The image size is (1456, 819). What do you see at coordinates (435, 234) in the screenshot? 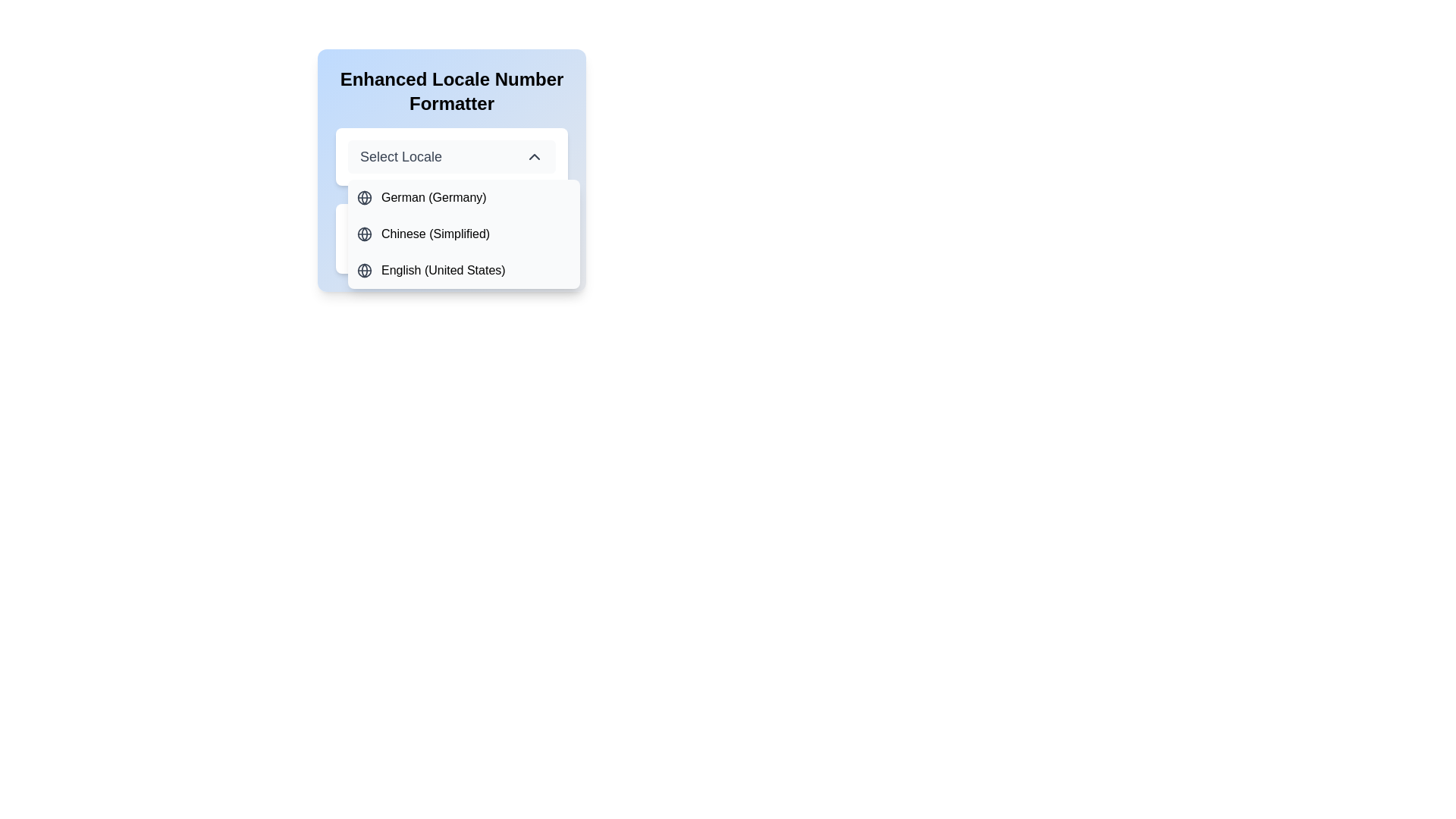
I see `the 'Chinese (Simplified)' text label in the dropdown menu` at bounding box center [435, 234].